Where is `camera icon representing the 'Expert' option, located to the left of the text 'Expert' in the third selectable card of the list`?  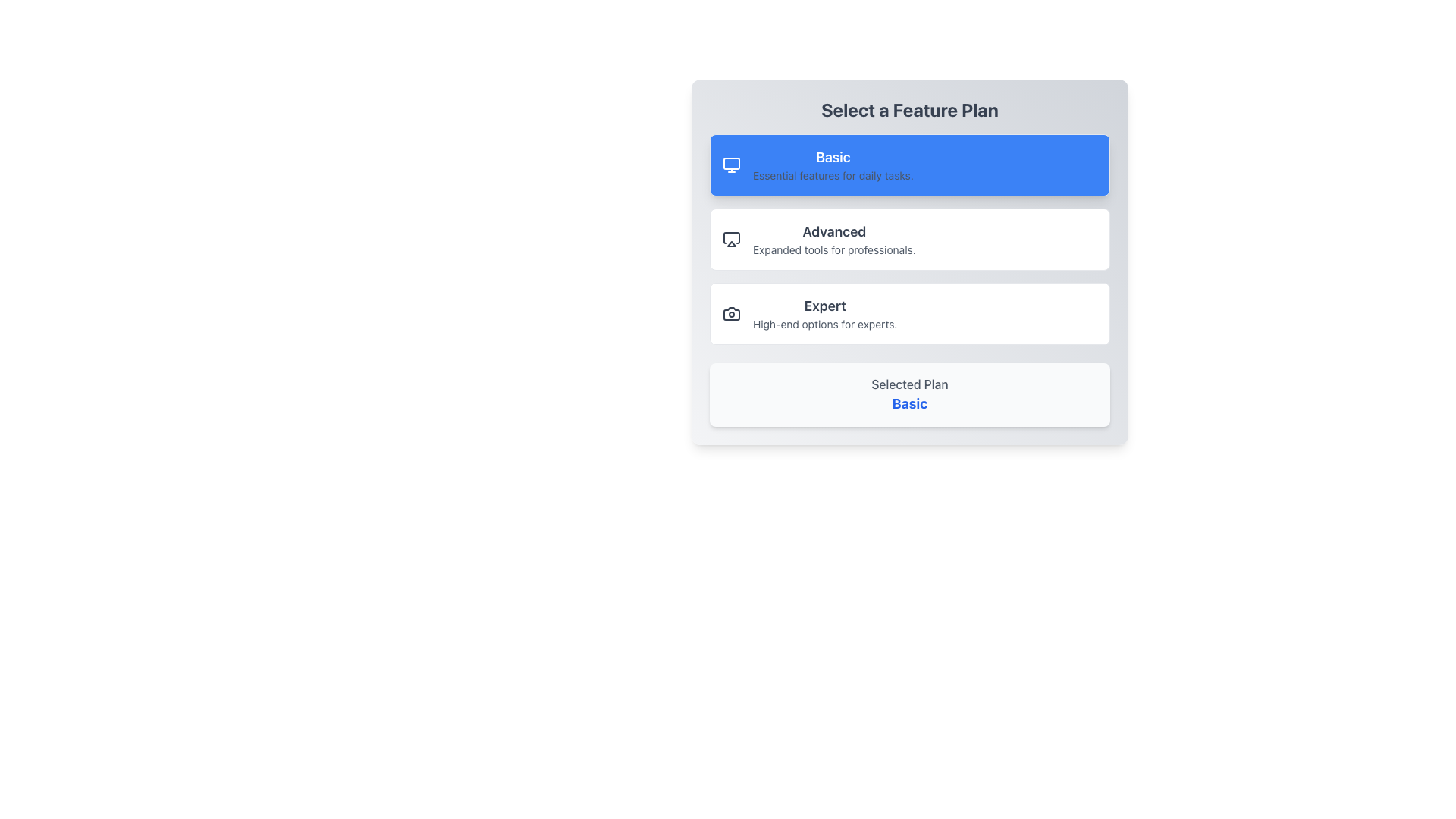 camera icon representing the 'Expert' option, located to the left of the text 'Expert' in the third selectable card of the list is located at coordinates (731, 312).